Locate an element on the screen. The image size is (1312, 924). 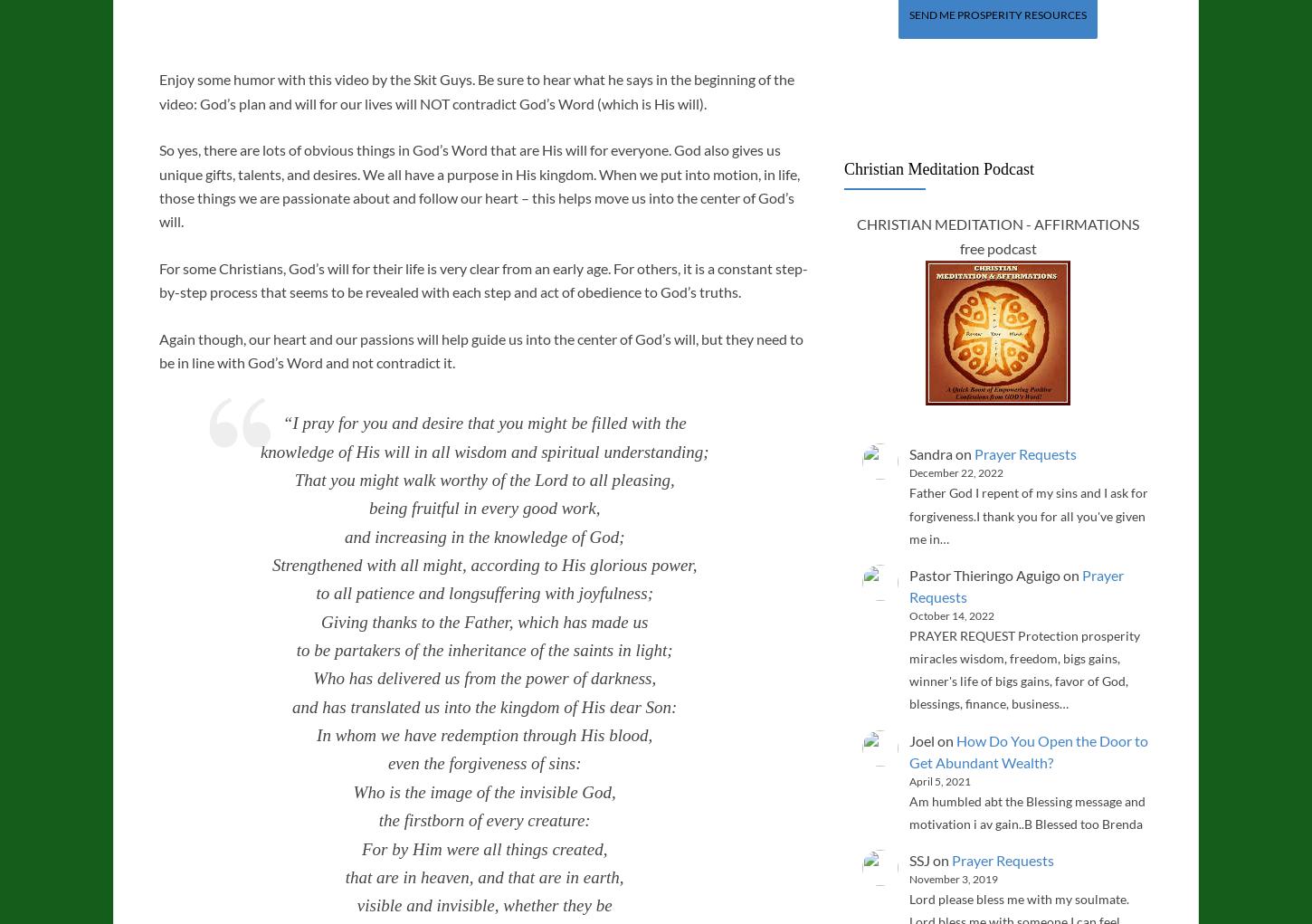
'SSJ' is located at coordinates (918, 859).